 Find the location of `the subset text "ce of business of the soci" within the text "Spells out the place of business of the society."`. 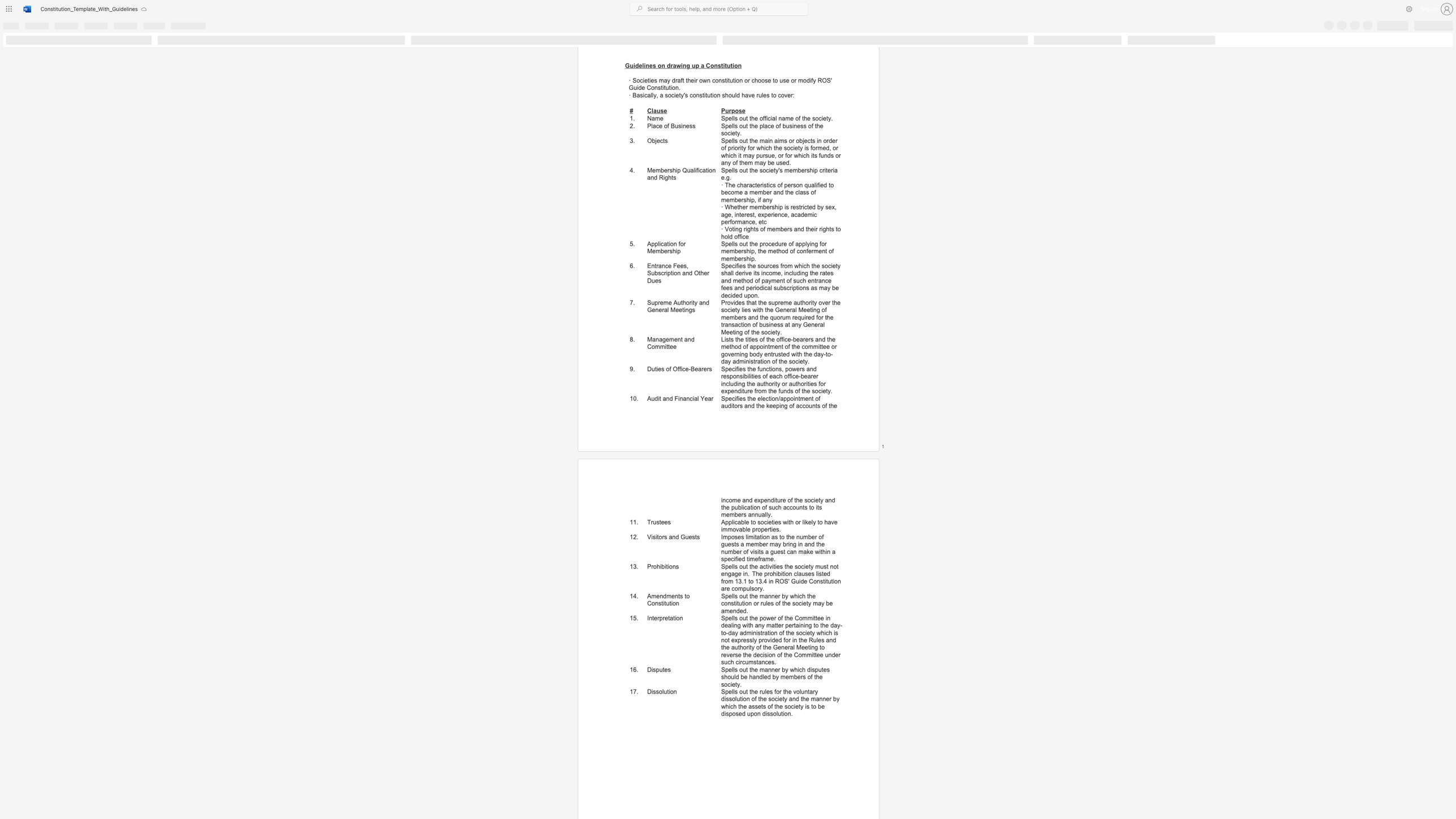

the subset text "ce of business of the soci" within the text "Spells out the place of business of the society." is located at coordinates (767, 125).